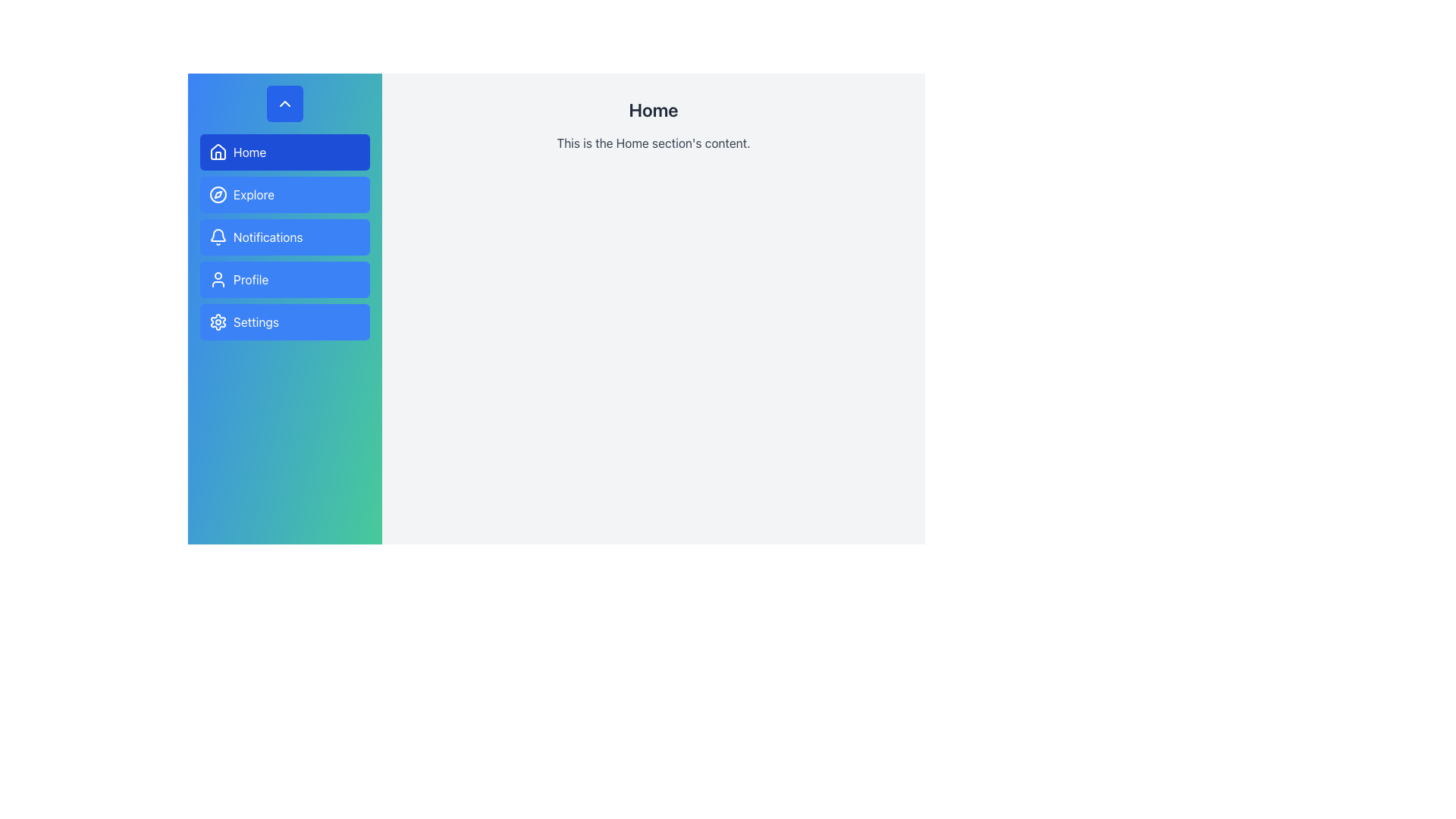 The height and width of the screenshot is (819, 1456). What do you see at coordinates (254, 194) in the screenshot?
I see `the 'Explore' text label which indicates the purpose of the button for navigating to the 'Explore' section of the application` at bounding box center [254, 194].